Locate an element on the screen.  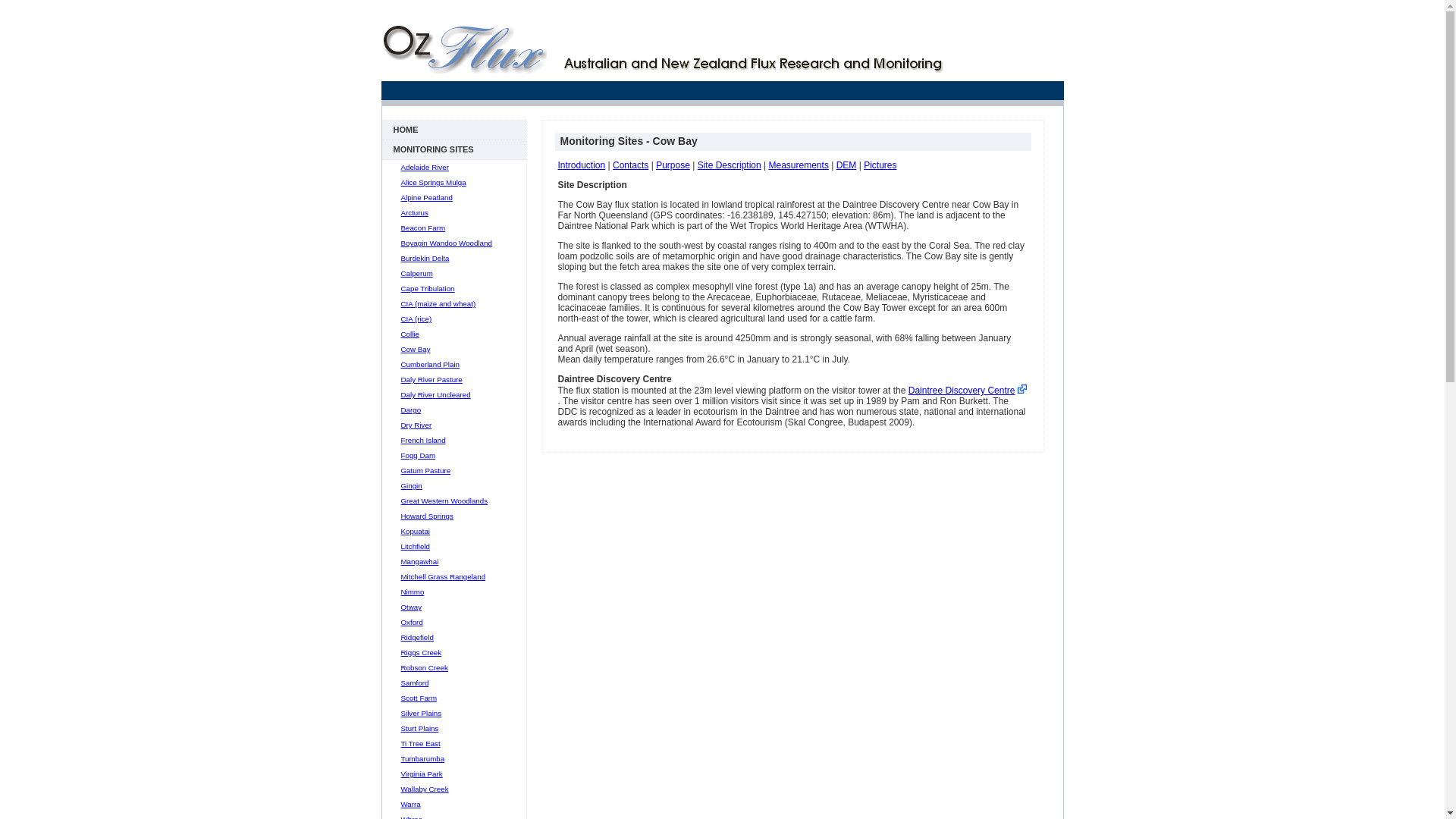
'Howard Springs' is located at coordinates (425, 515).